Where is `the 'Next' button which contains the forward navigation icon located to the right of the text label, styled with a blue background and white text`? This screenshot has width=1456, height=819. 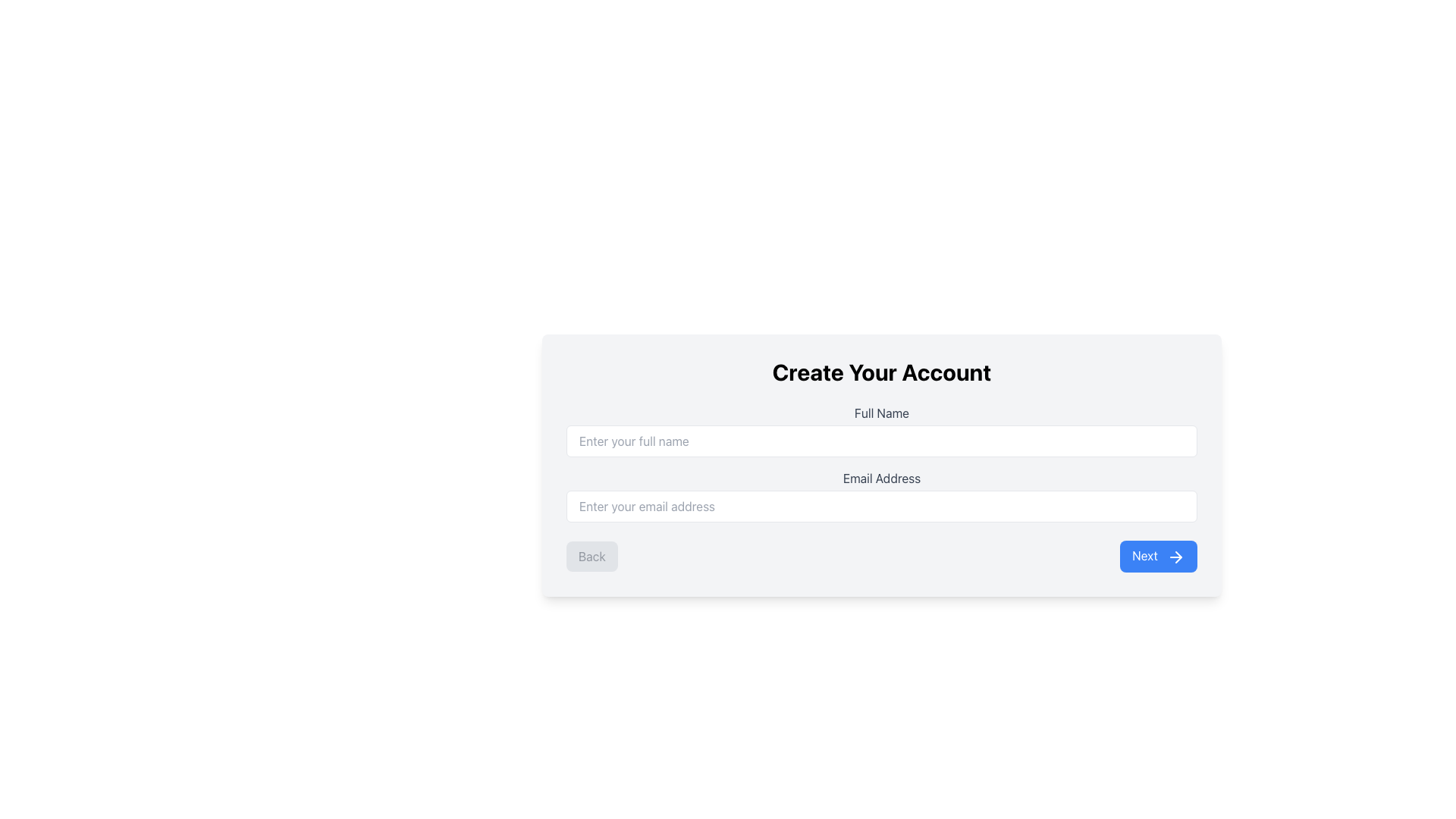 the 'Next' button which contains the forward navigation icon located to the right of the text label, styled with a blue background and white text is located at coordinates (1175, 556).